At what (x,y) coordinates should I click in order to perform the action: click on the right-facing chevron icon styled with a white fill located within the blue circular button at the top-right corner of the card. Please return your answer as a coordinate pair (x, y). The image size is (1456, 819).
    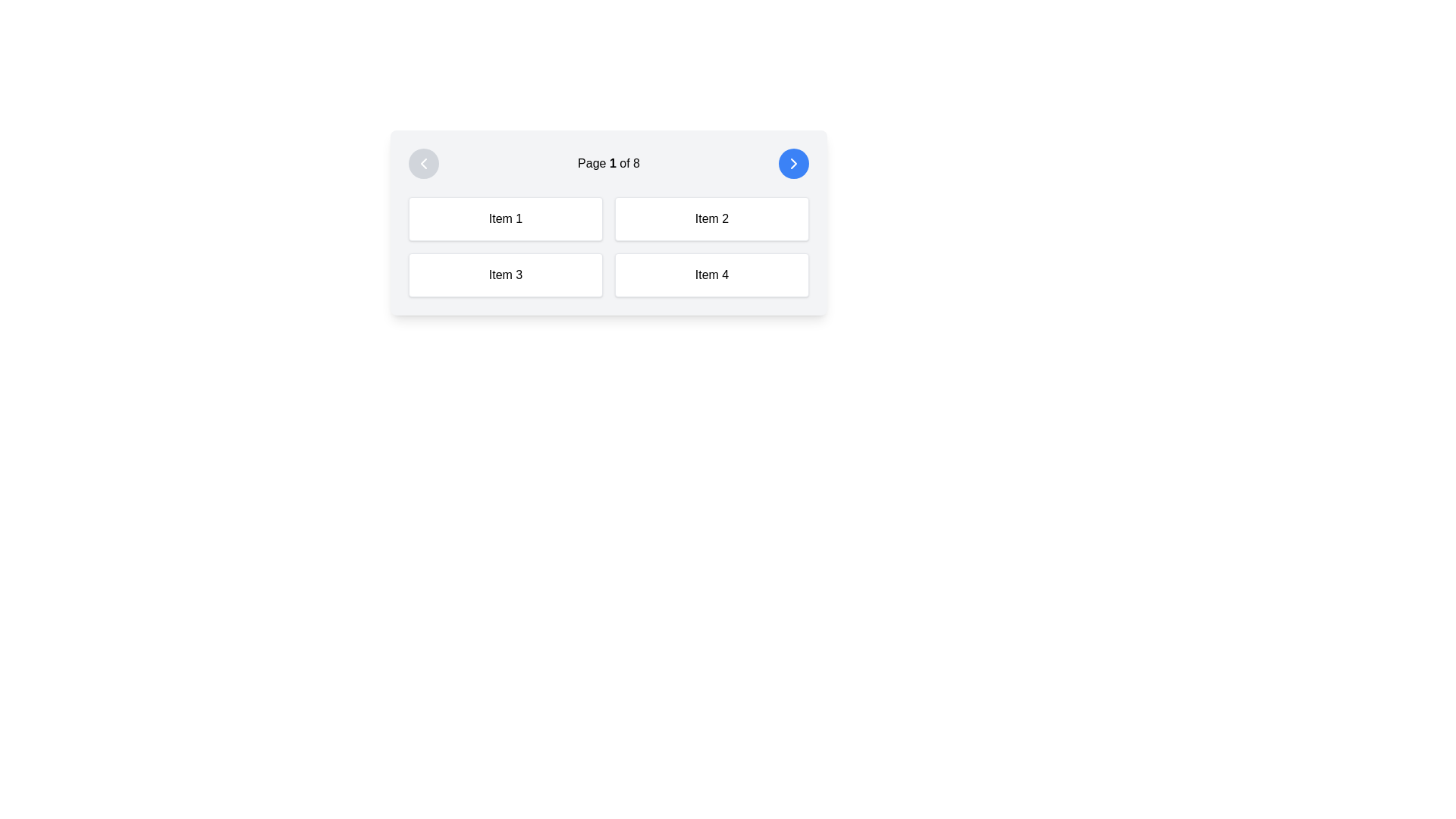
    Looking at the image, I should click on (792, 164).